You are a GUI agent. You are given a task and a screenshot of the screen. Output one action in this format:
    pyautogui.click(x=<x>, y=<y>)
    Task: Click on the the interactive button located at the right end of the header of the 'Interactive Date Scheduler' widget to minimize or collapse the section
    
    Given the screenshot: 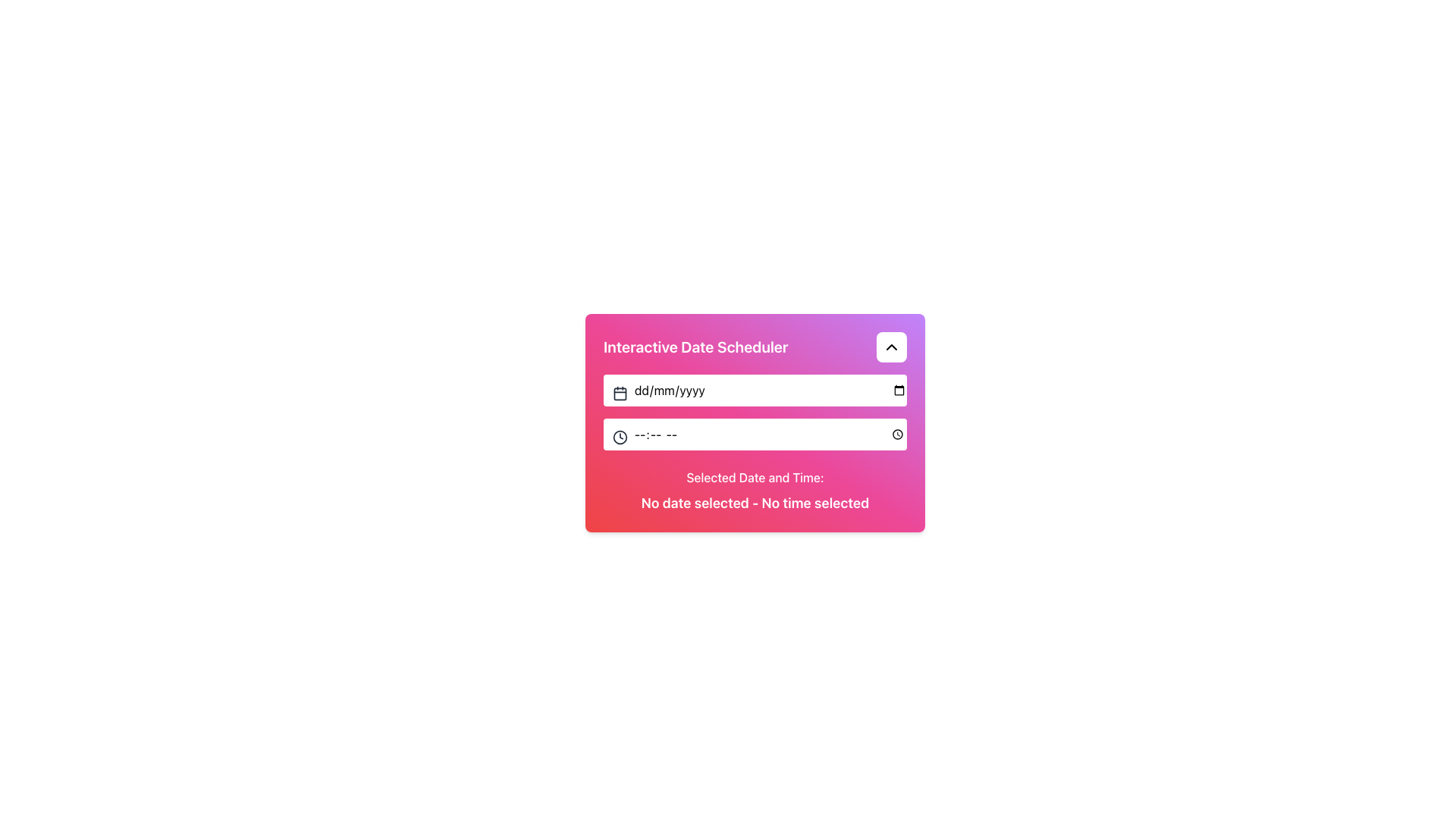 What is the action you would take?
    pyautogui.click(x=892, y=347)
    